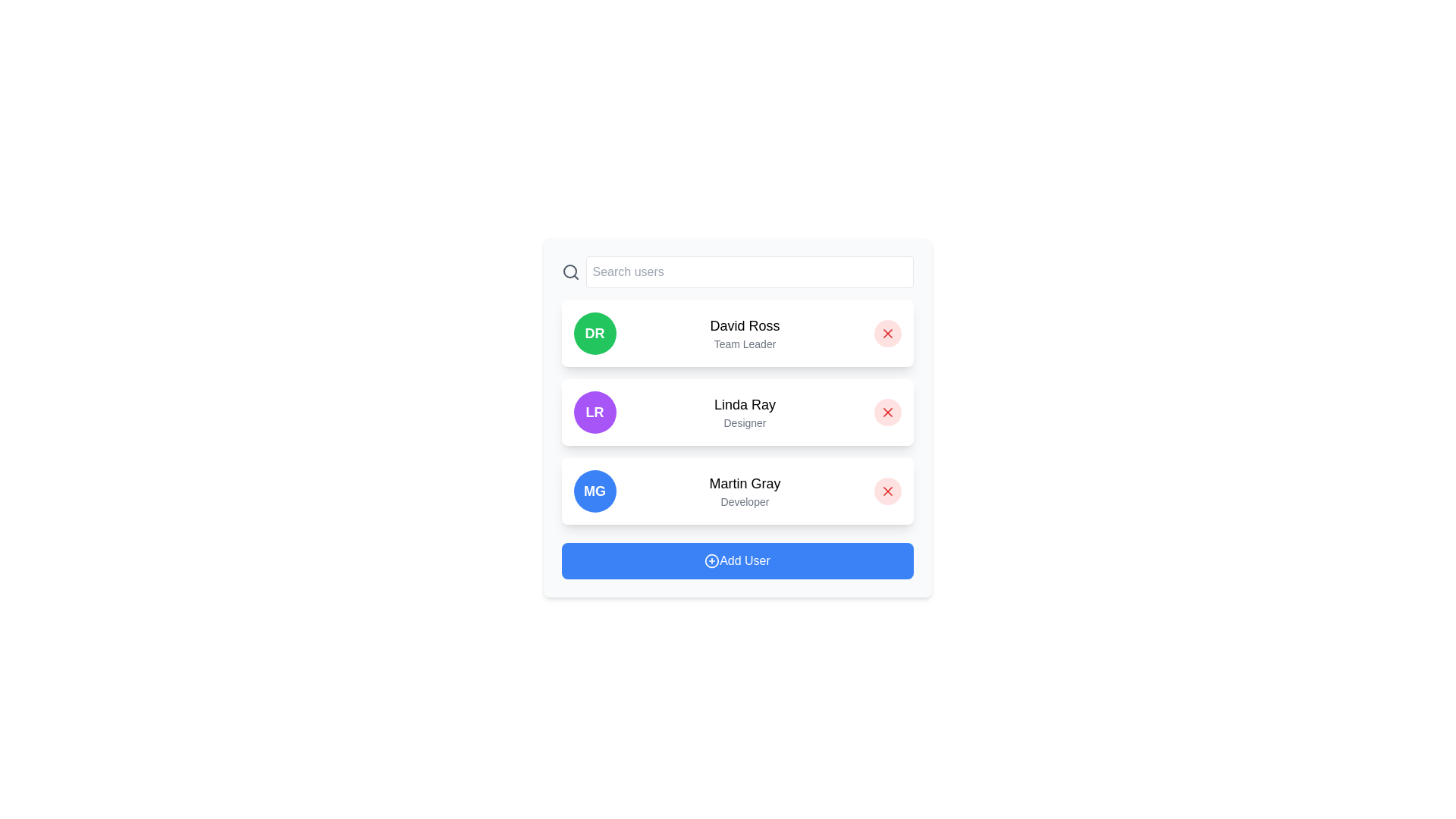 The width and height of the screenshot is (1456, 819). I want to click on the 'X' icon adjacent to the 'David Ross' user entry, so click(887, 332).